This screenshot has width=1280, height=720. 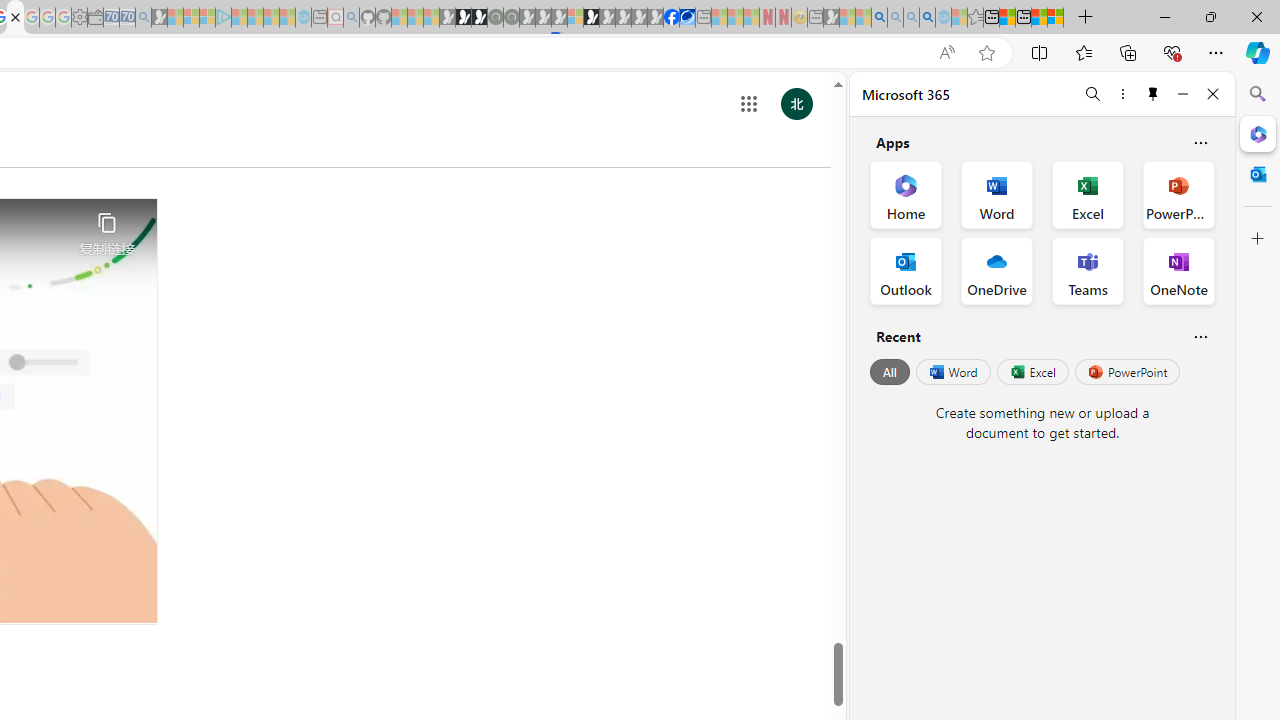 What do you see at coordinates (1087, 271) in the screenshot?
I see `'Teams Office App'` at bounding box center [1087, 271].